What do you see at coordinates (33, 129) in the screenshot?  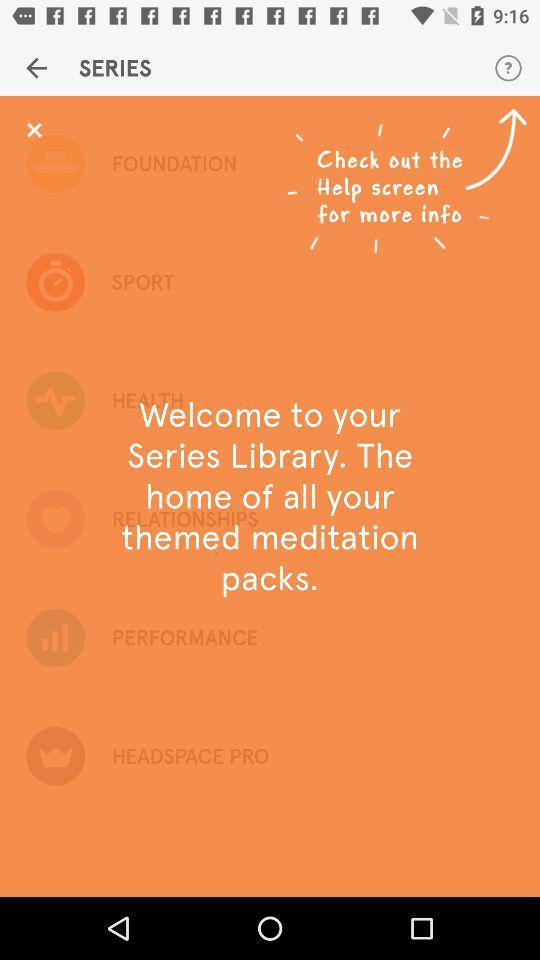 I see `close` at bounding box center [33, 129].